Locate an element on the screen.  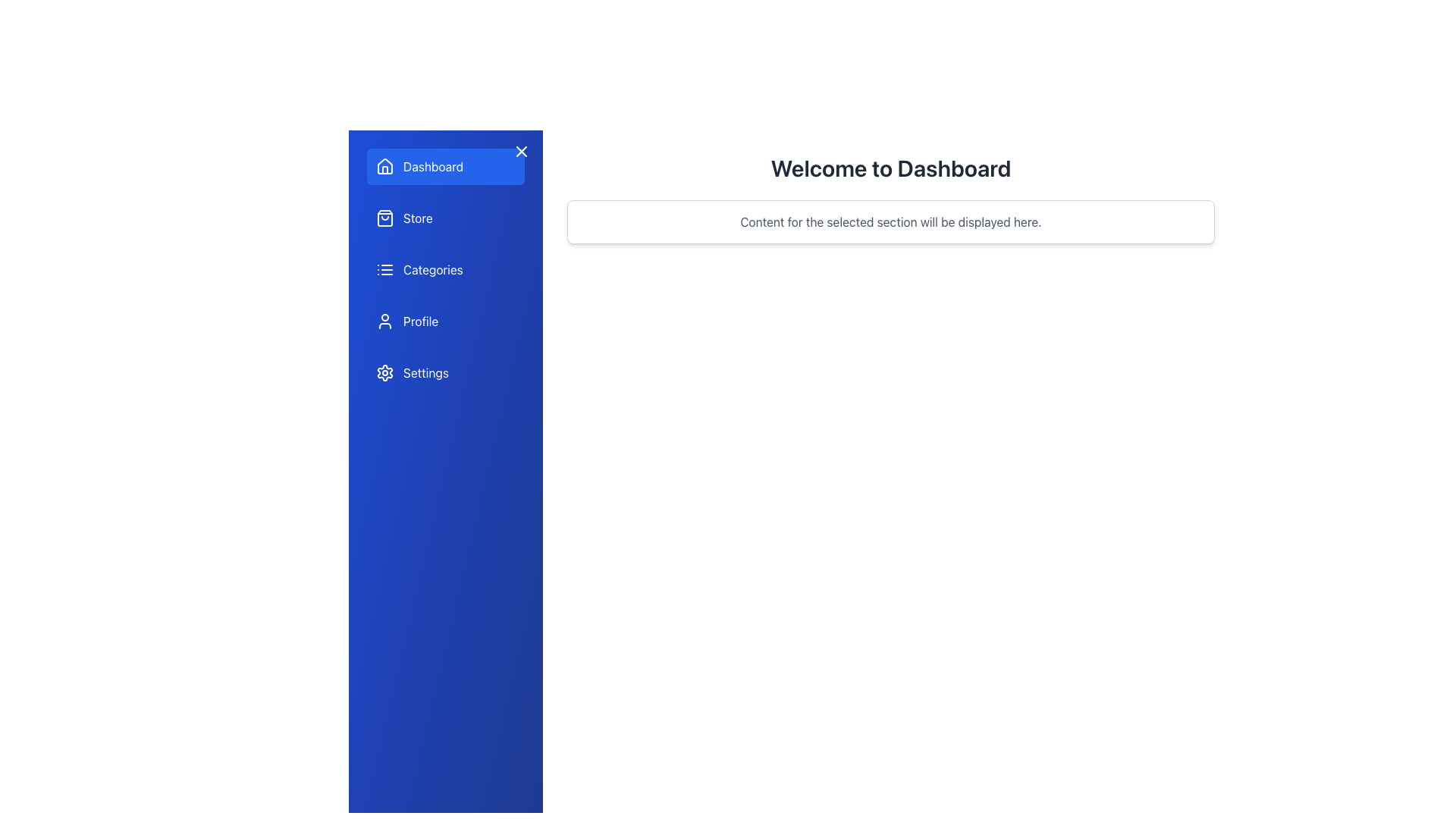
the shopping bag icon located in the second item of the vertical navigation menu labeled 'Store' is located at coordinates (385, 218).